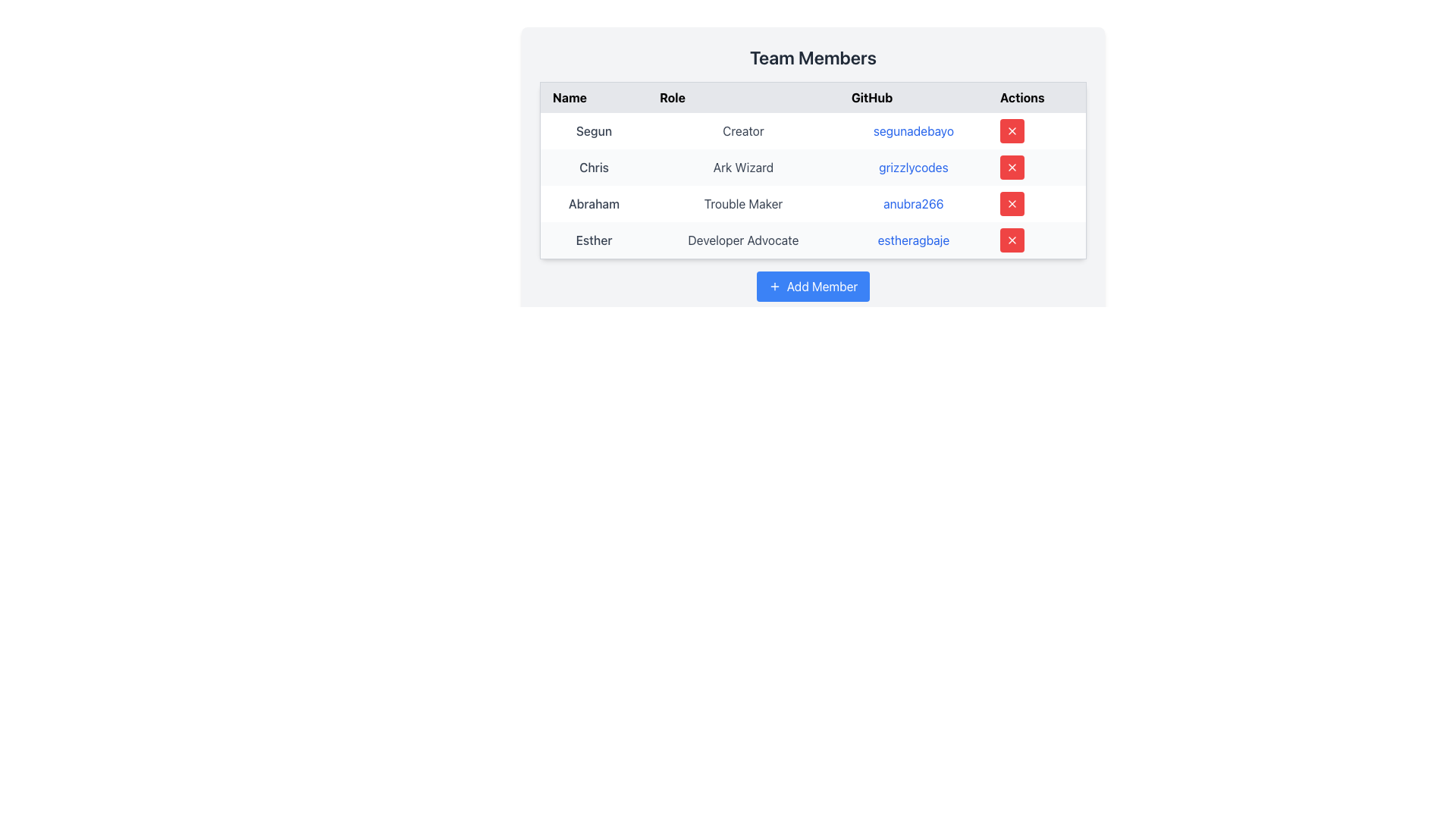 The image size is (1456, 819). Describe the element at coordinates (1036, 97) in the screenshot. I see `the 'Actions' Text Label element, which is the fourth column header in a table, styled in bold black font on a light gray background` at that location.